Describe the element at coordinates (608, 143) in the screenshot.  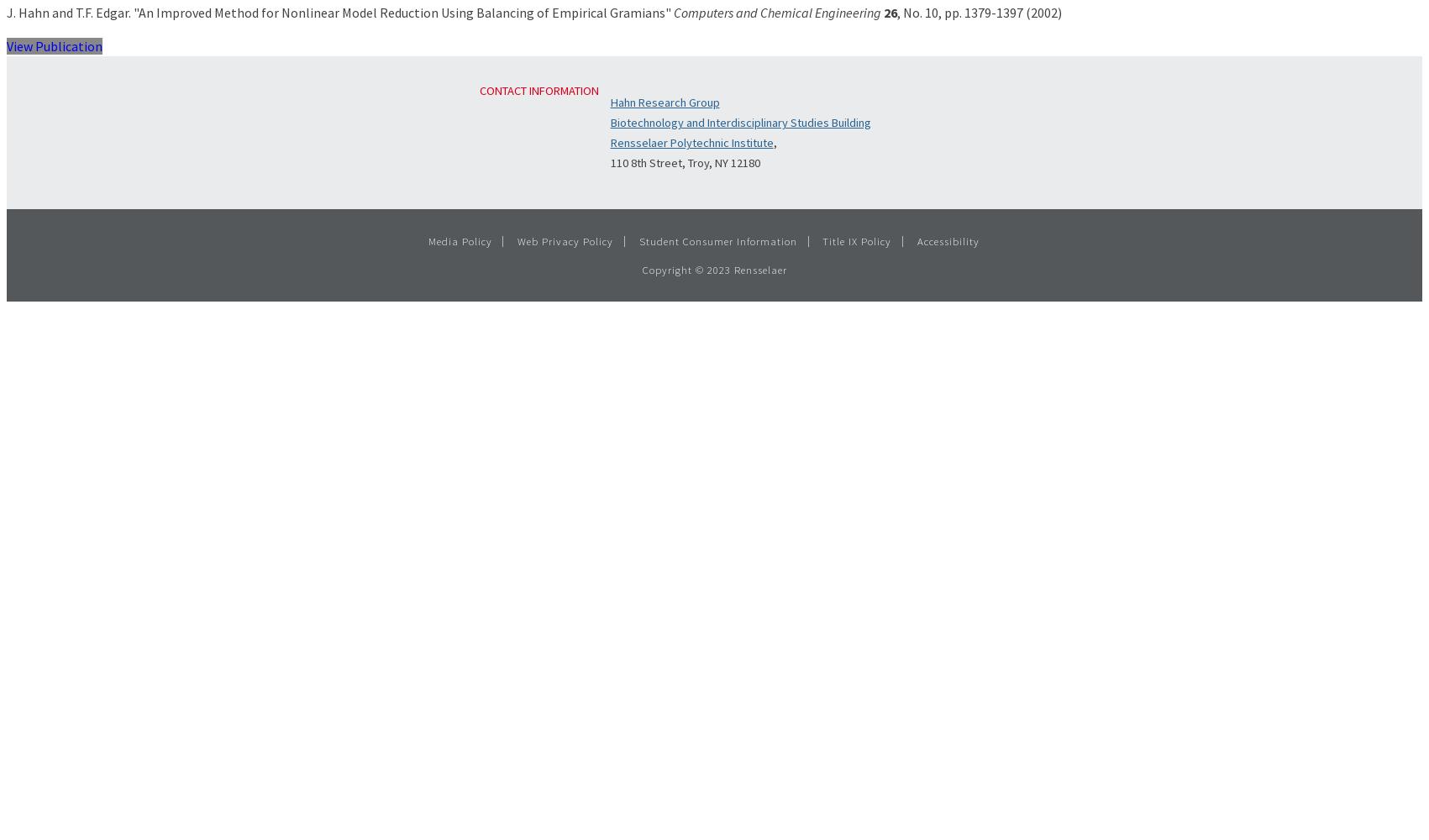
I see `'Rensselaer Polytechnic Institute'` at that location.